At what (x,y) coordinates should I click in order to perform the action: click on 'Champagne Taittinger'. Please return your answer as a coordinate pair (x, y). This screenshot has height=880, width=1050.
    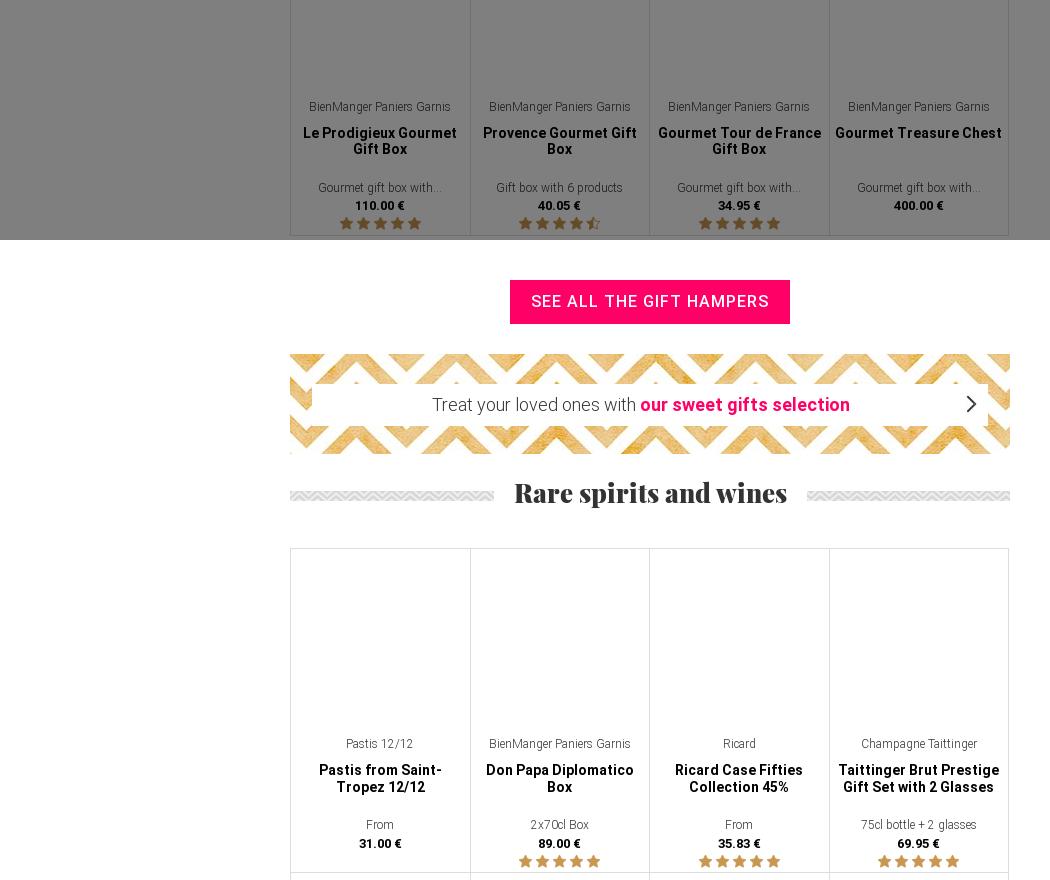
    Looking at the image, I should click on (918, 743).